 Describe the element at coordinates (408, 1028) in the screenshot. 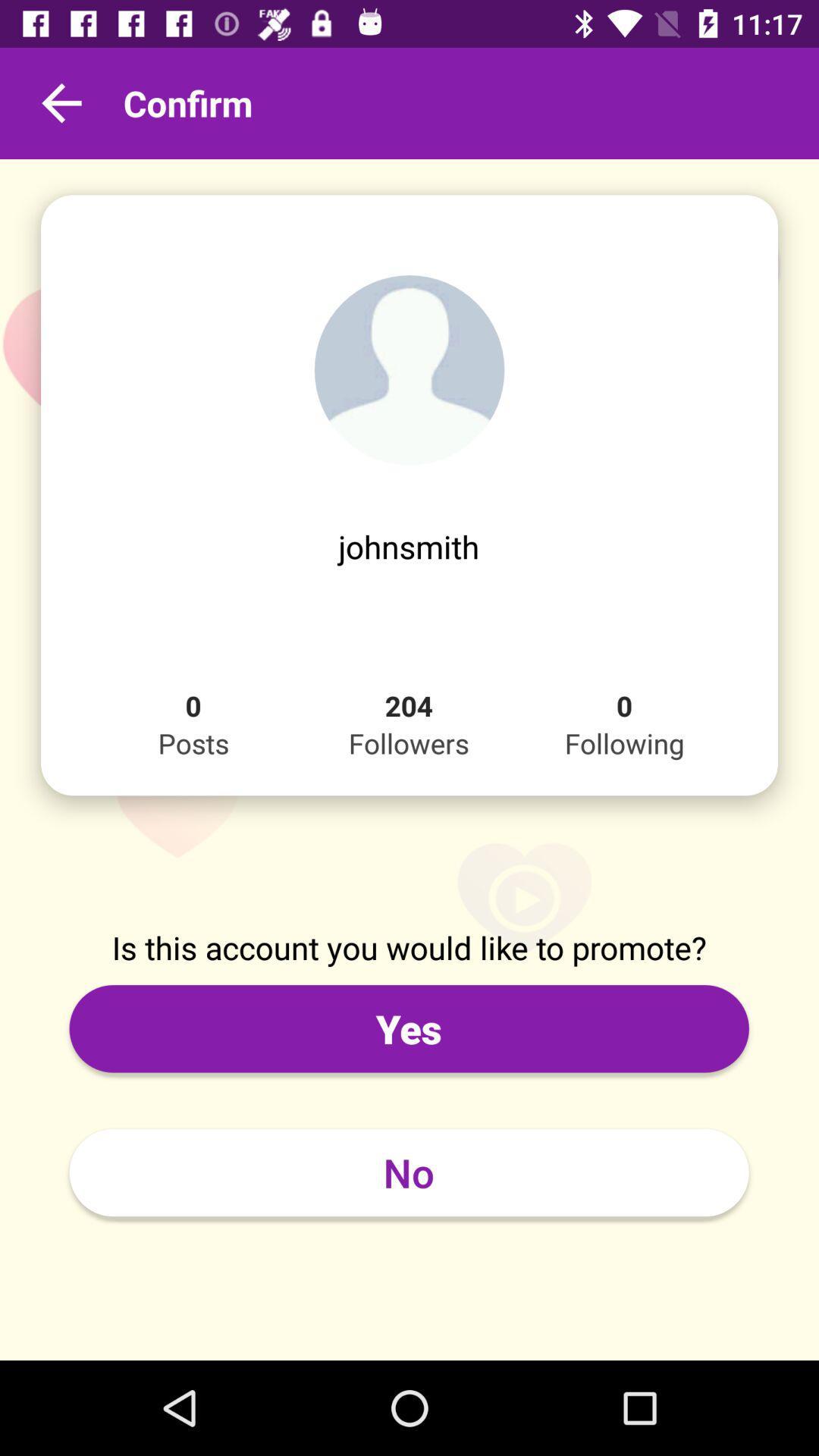

I see `the yes icon` at that location.